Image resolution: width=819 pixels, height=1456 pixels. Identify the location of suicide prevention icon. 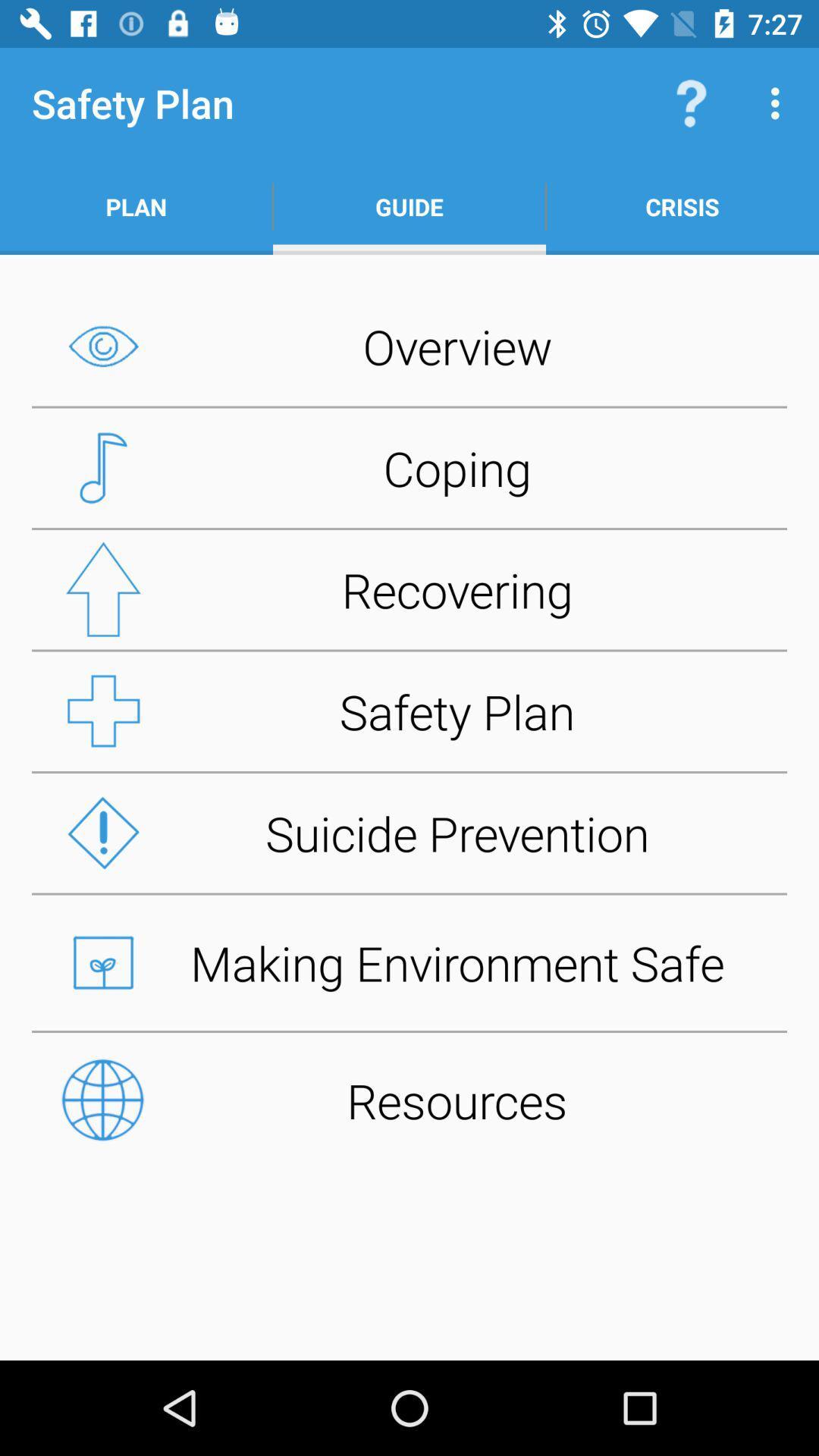
(409, 832).